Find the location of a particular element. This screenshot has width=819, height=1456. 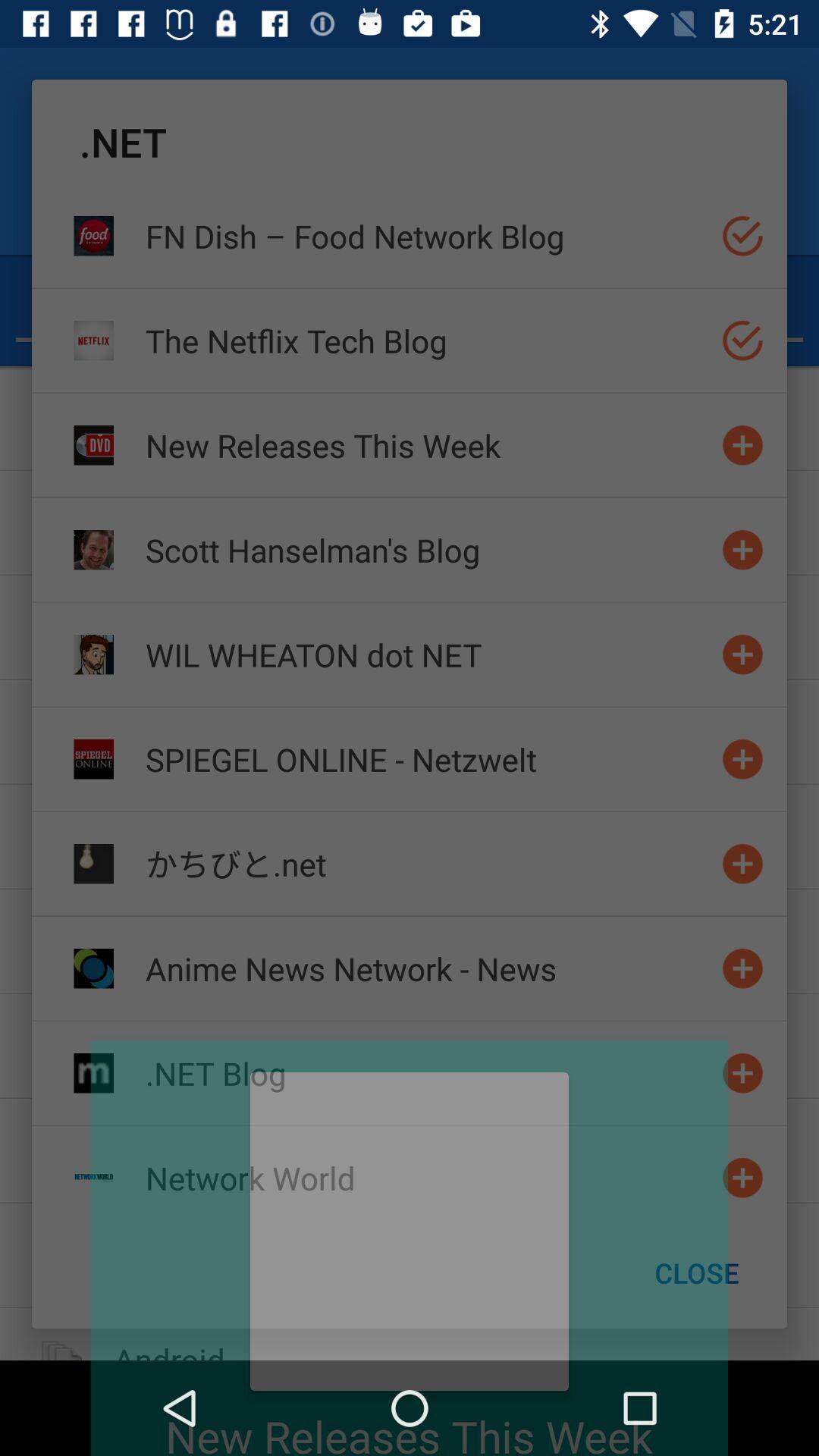

to list is located at coordinates (742, 1176).